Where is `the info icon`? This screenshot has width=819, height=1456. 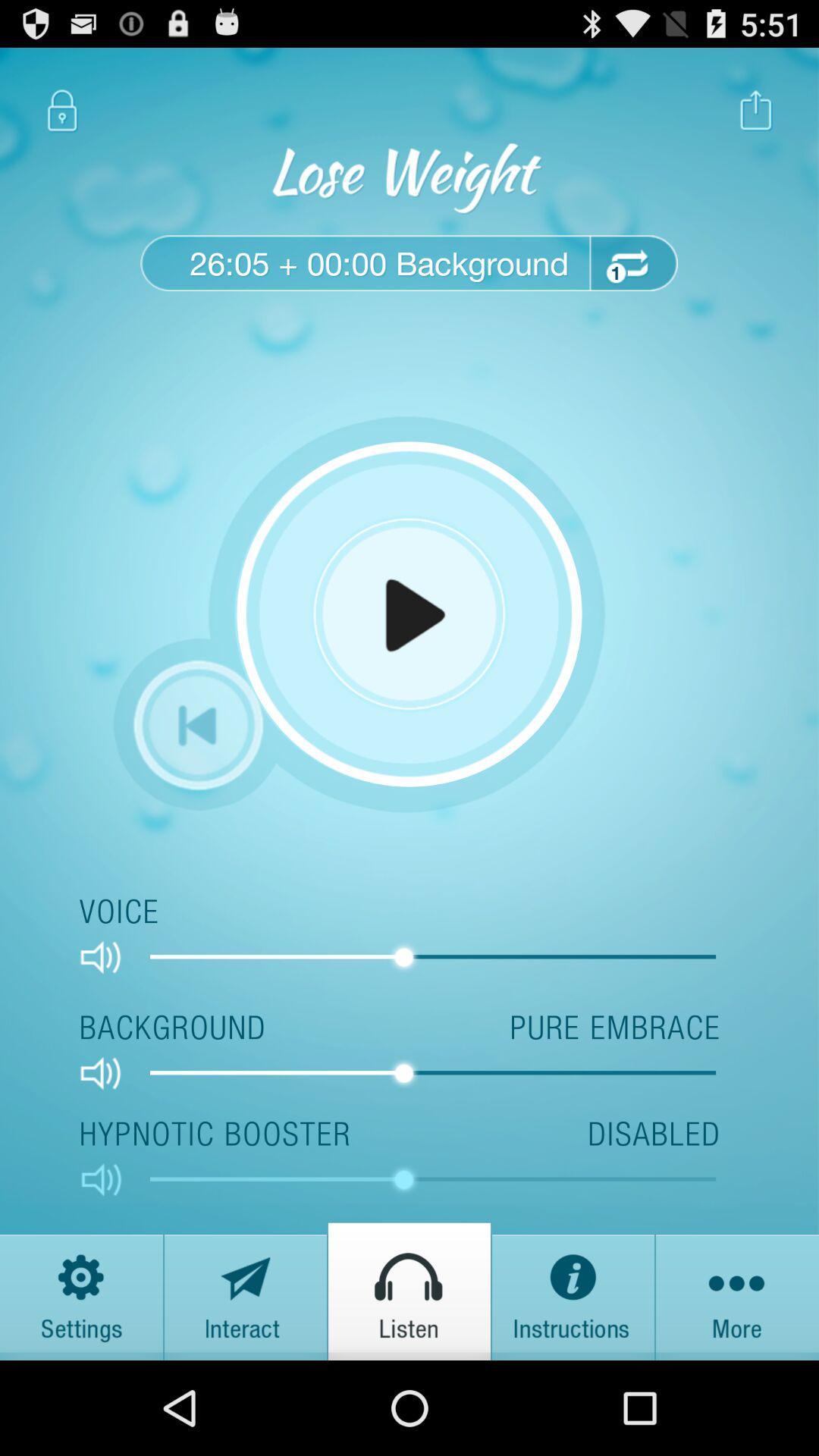 the info icon is located at coordinates (573, 1381).